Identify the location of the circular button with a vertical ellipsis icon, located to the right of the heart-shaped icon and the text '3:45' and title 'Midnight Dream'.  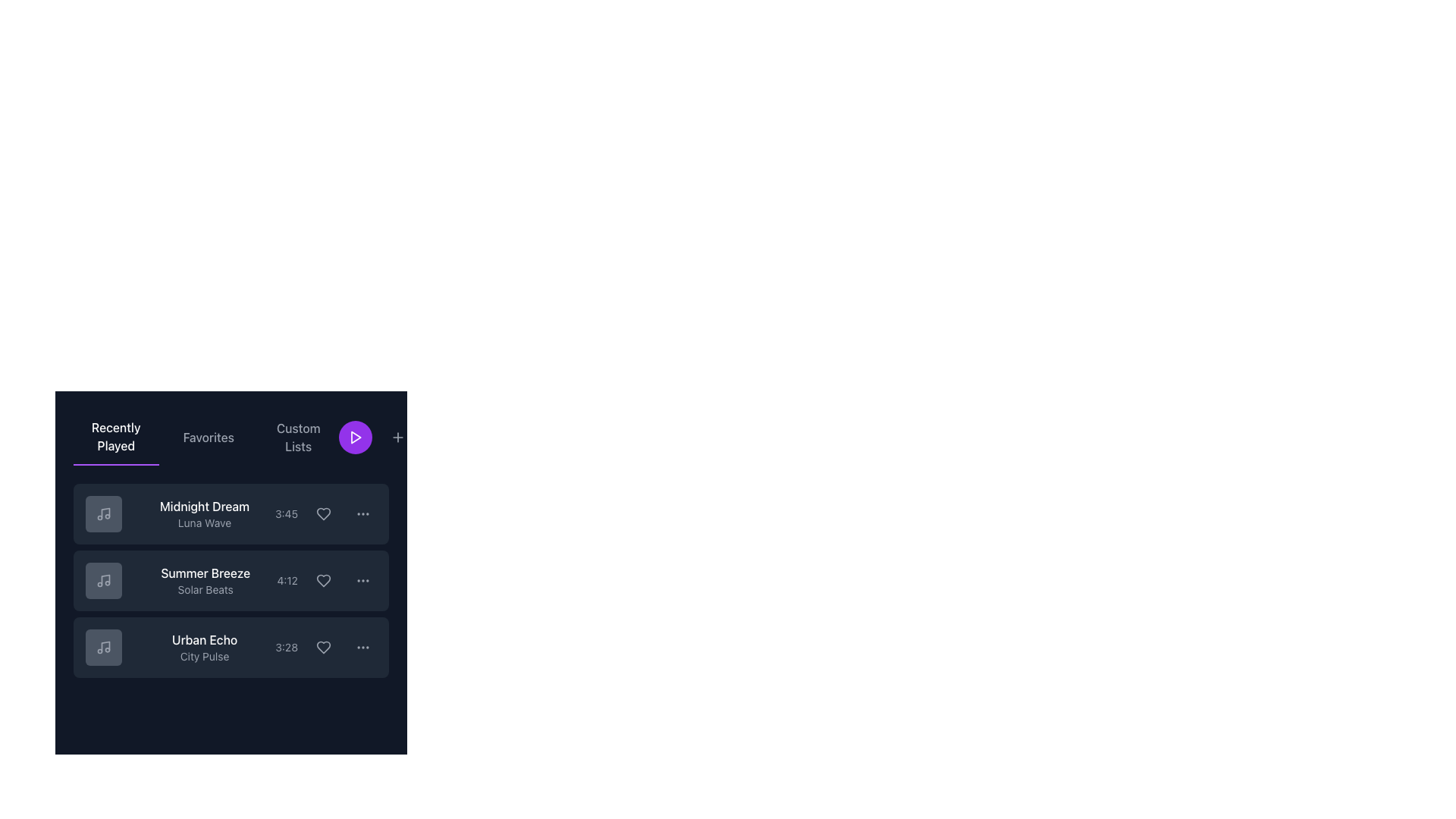
(362, 513).